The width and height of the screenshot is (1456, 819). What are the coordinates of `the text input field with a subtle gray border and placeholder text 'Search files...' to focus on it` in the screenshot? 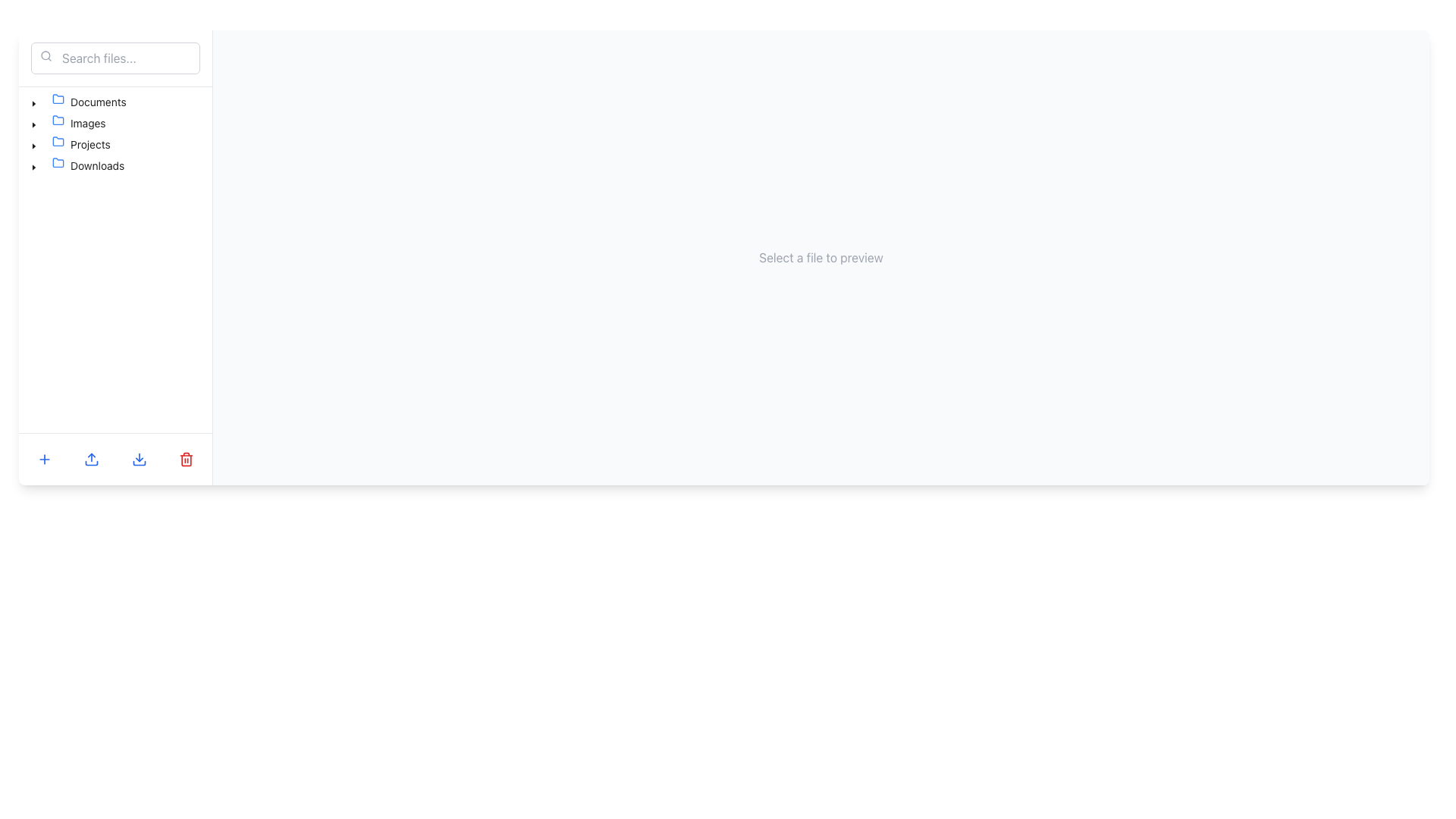 It's located at (115, 58).